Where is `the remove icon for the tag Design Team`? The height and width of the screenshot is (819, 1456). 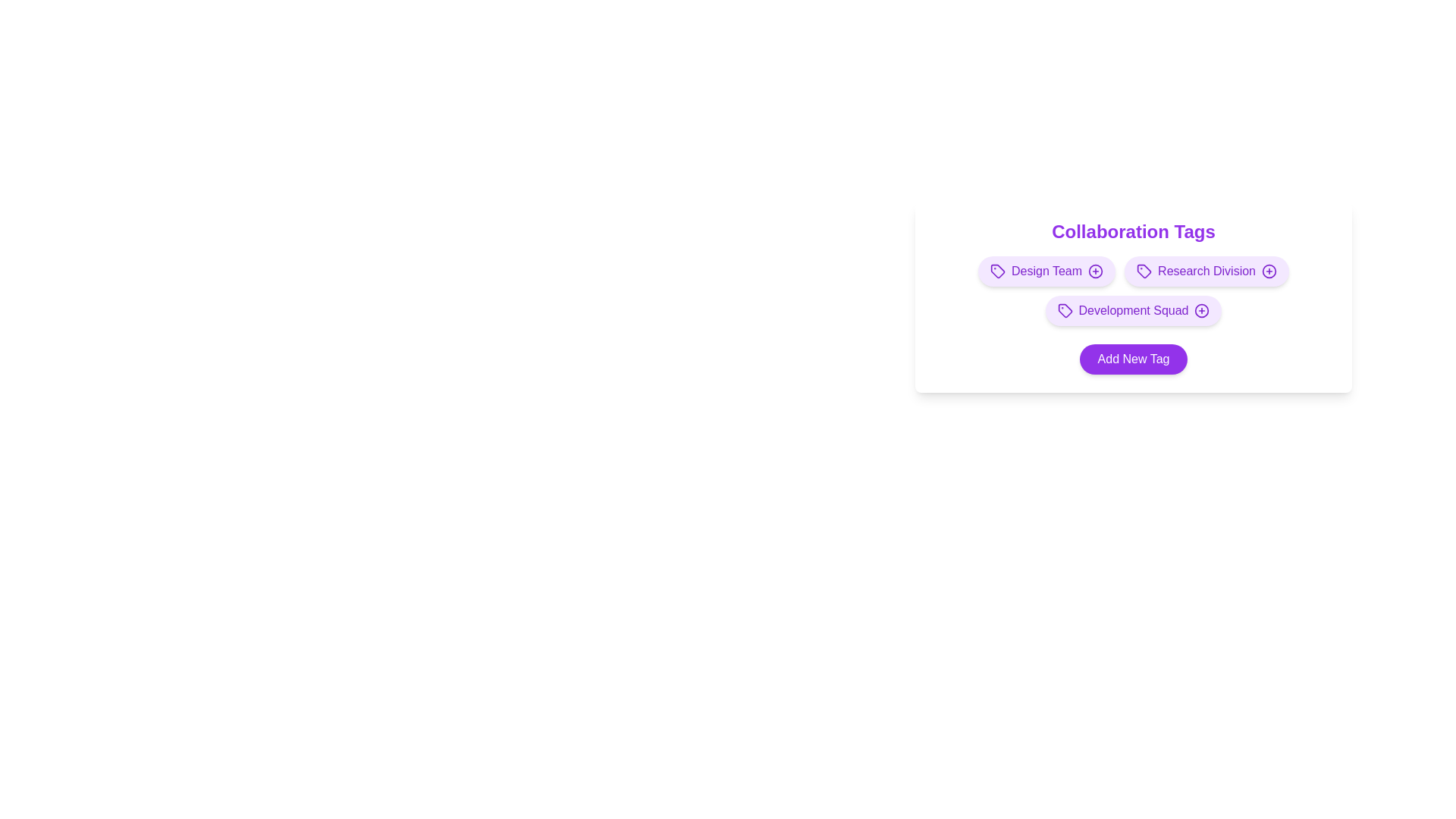
the remove icon for the tag Design Team is located at coordinates (1095, 271).